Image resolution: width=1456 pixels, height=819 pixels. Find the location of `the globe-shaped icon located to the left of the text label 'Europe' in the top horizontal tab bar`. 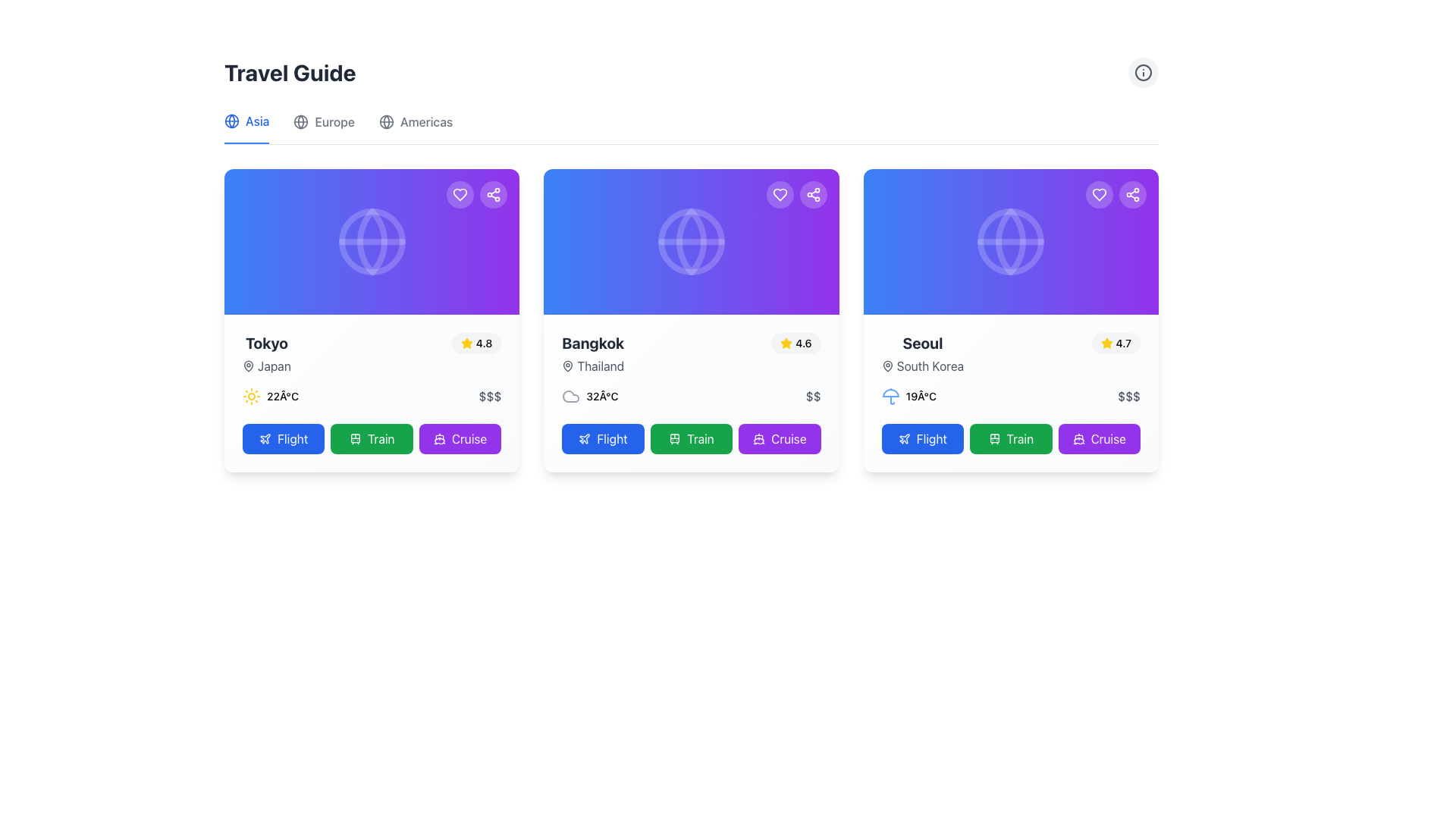

the globe-shaped icon located to the left of the text label 'Europe' in the top horizontal tab bar is located at coordinates (301, 121).